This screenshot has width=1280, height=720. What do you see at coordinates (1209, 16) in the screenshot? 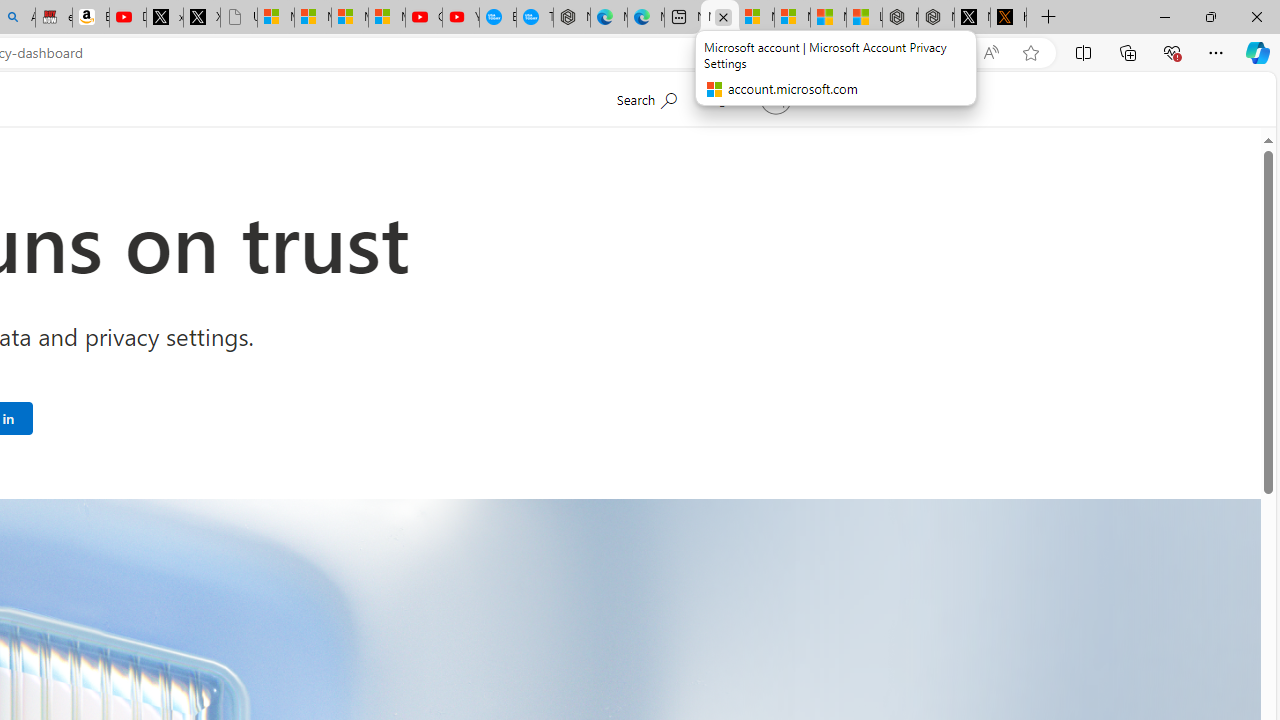
I see `'Restore'` at bounding box center [1209, 16].